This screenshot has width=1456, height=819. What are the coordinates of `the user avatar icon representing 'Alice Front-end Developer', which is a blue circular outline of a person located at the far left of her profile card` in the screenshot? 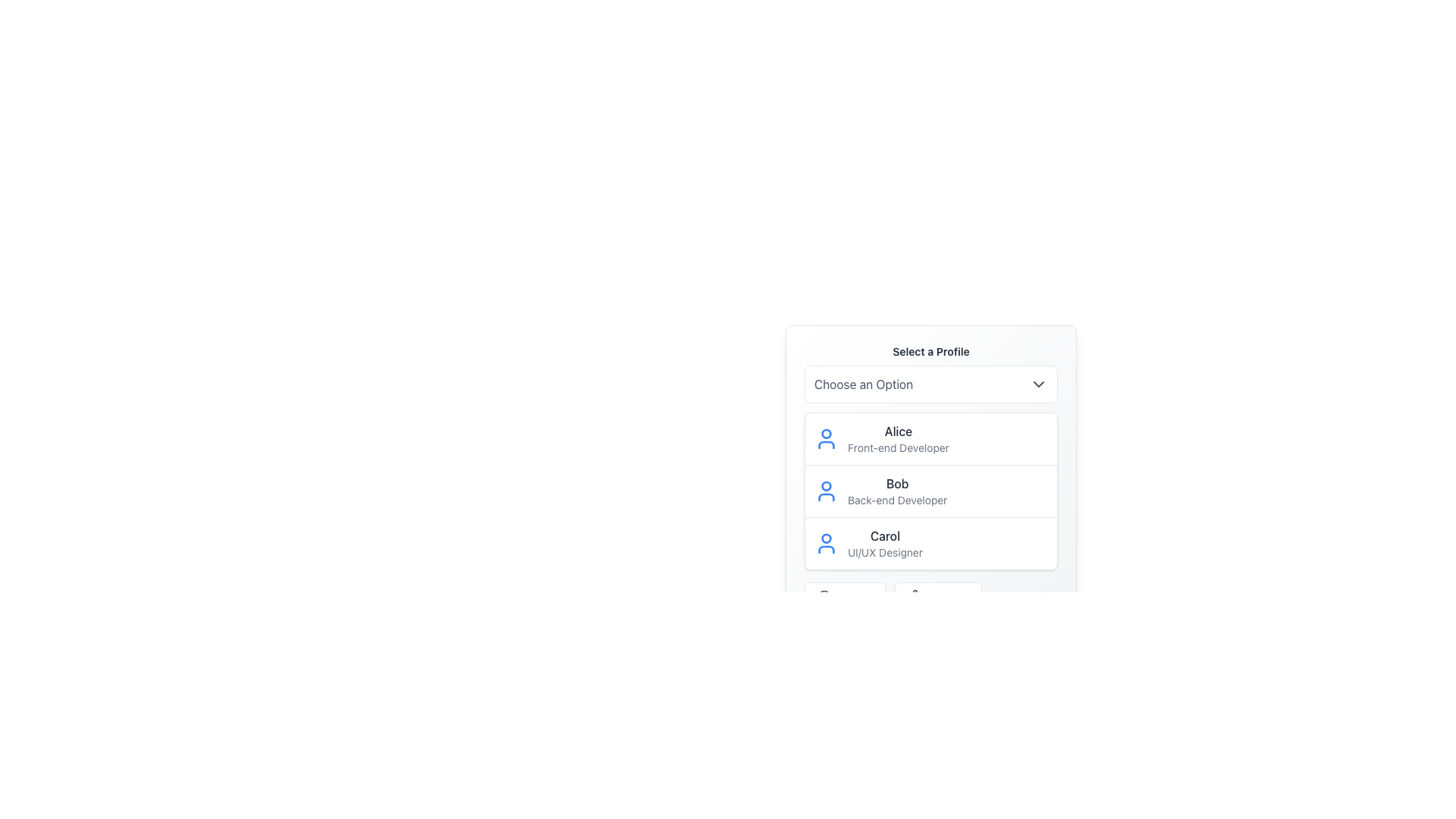 It's located at (825, 438).